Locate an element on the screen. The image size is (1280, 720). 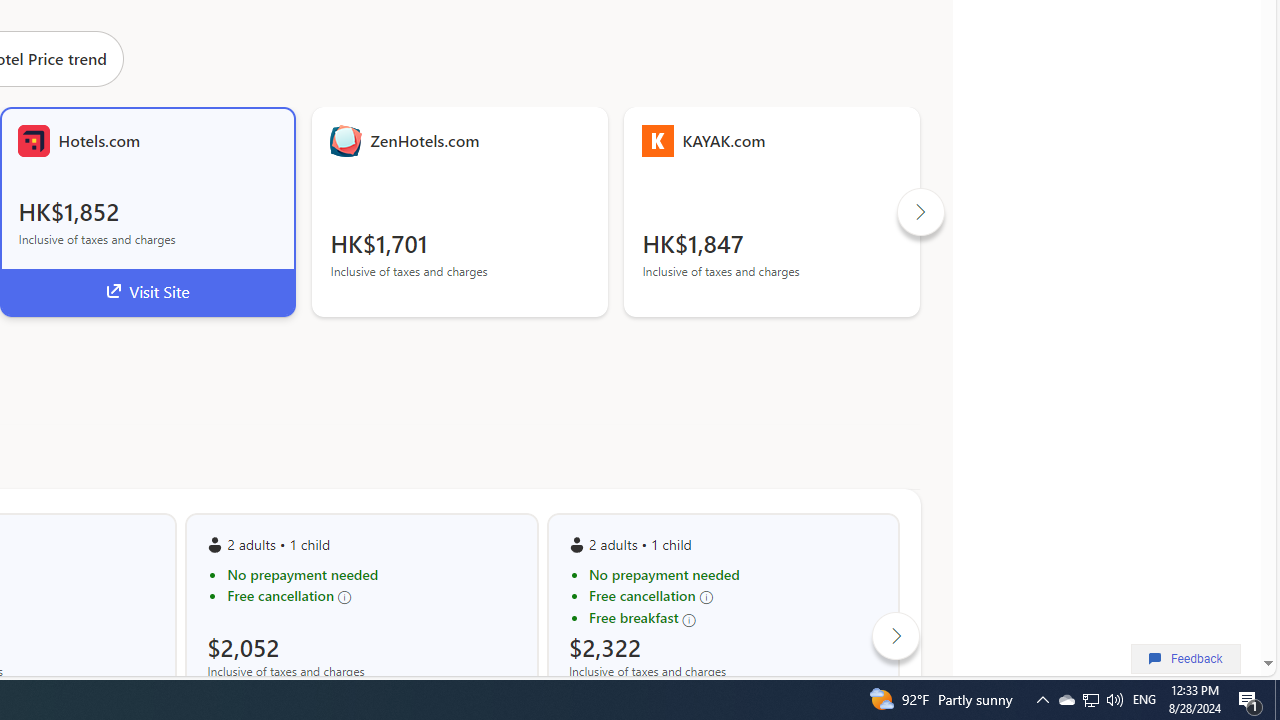
'Free breakfast' is located at coordinates (732, 618).